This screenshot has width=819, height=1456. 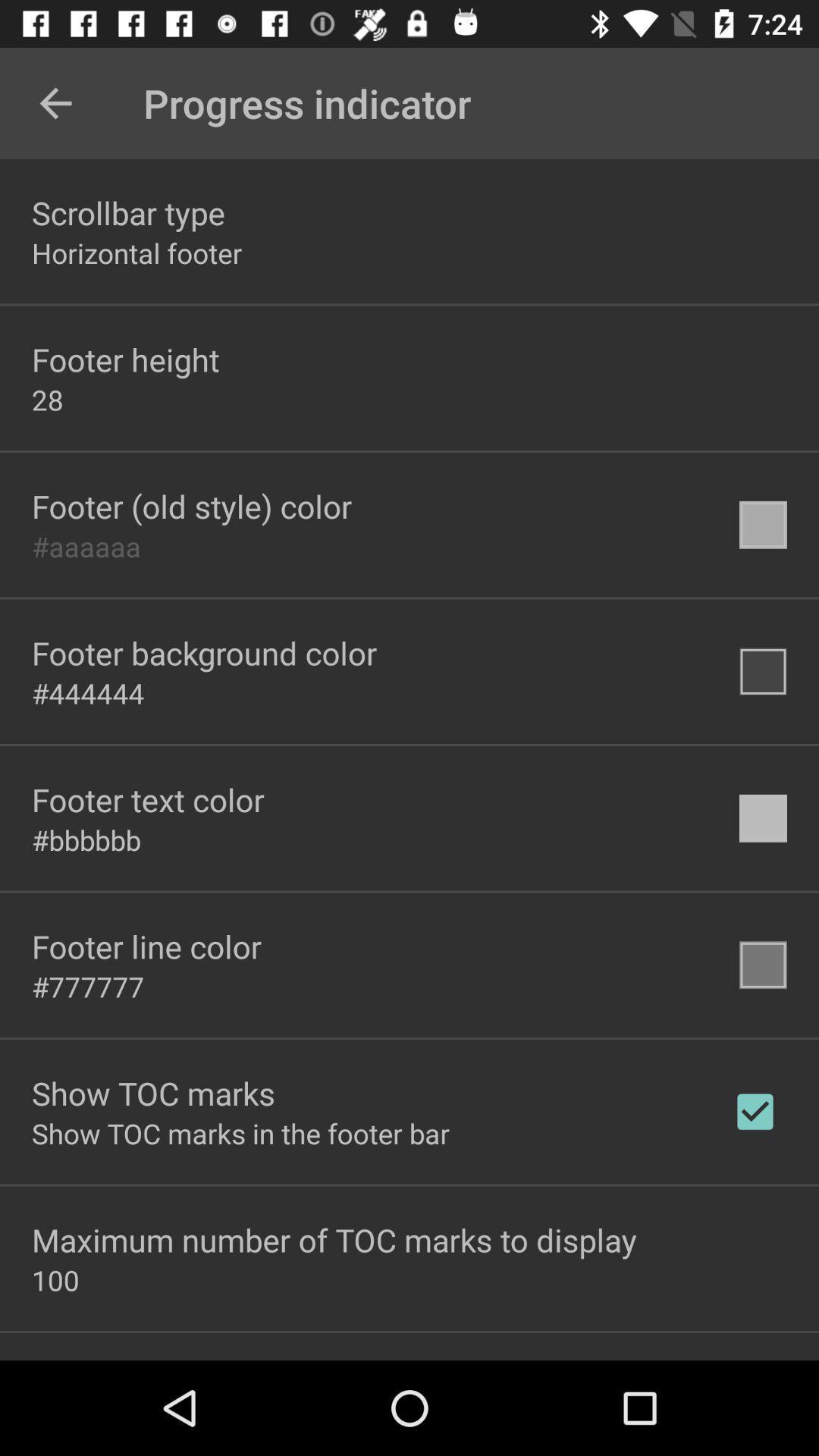 I want to click on #bbbbbb icon, so click(x=86, y=839).